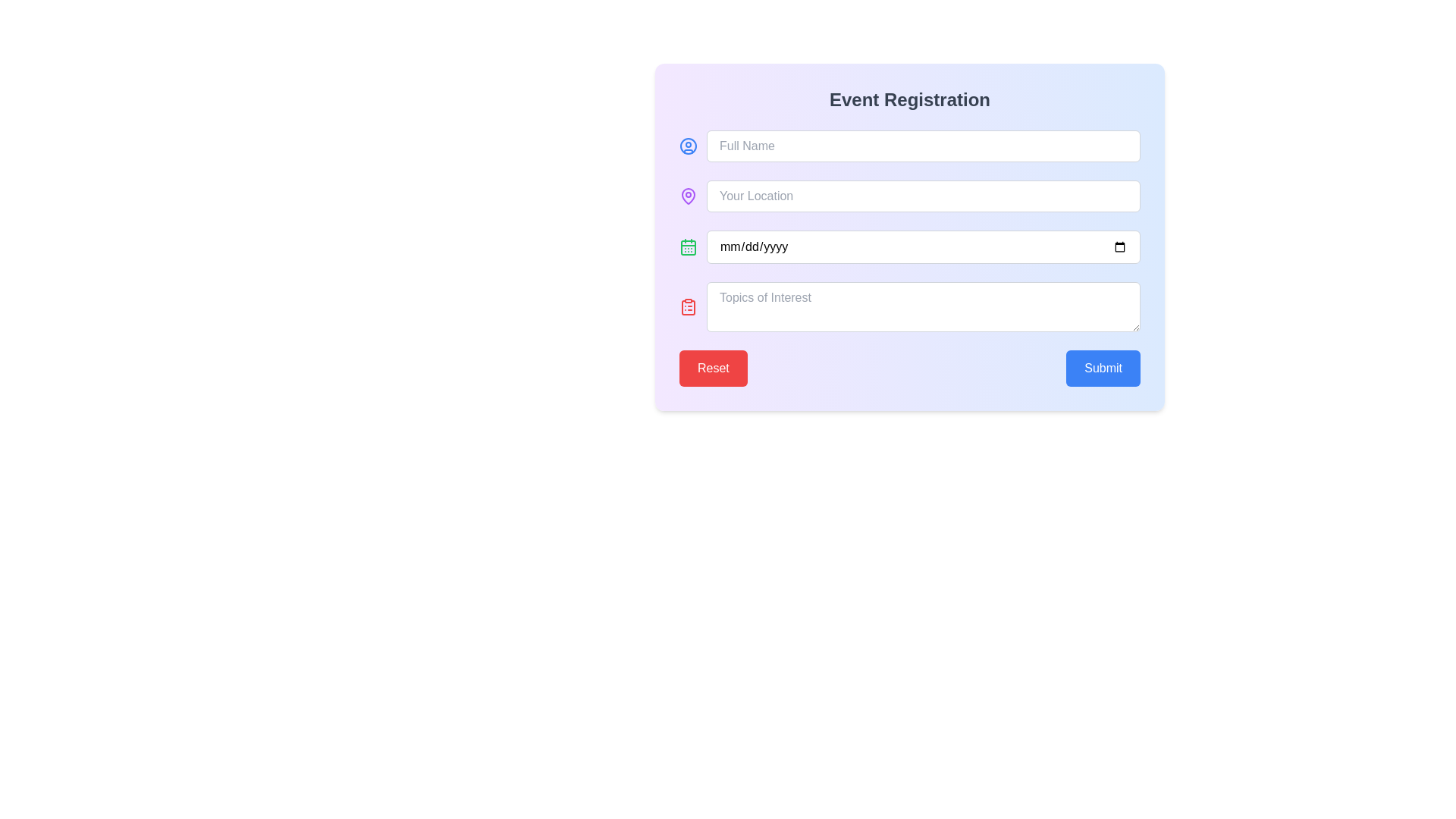  I want to click on the green calendar icon located to the immediate left of the date input field labeled 'mm/dd/yyyy' to read the tooltip, so click(687, 246).